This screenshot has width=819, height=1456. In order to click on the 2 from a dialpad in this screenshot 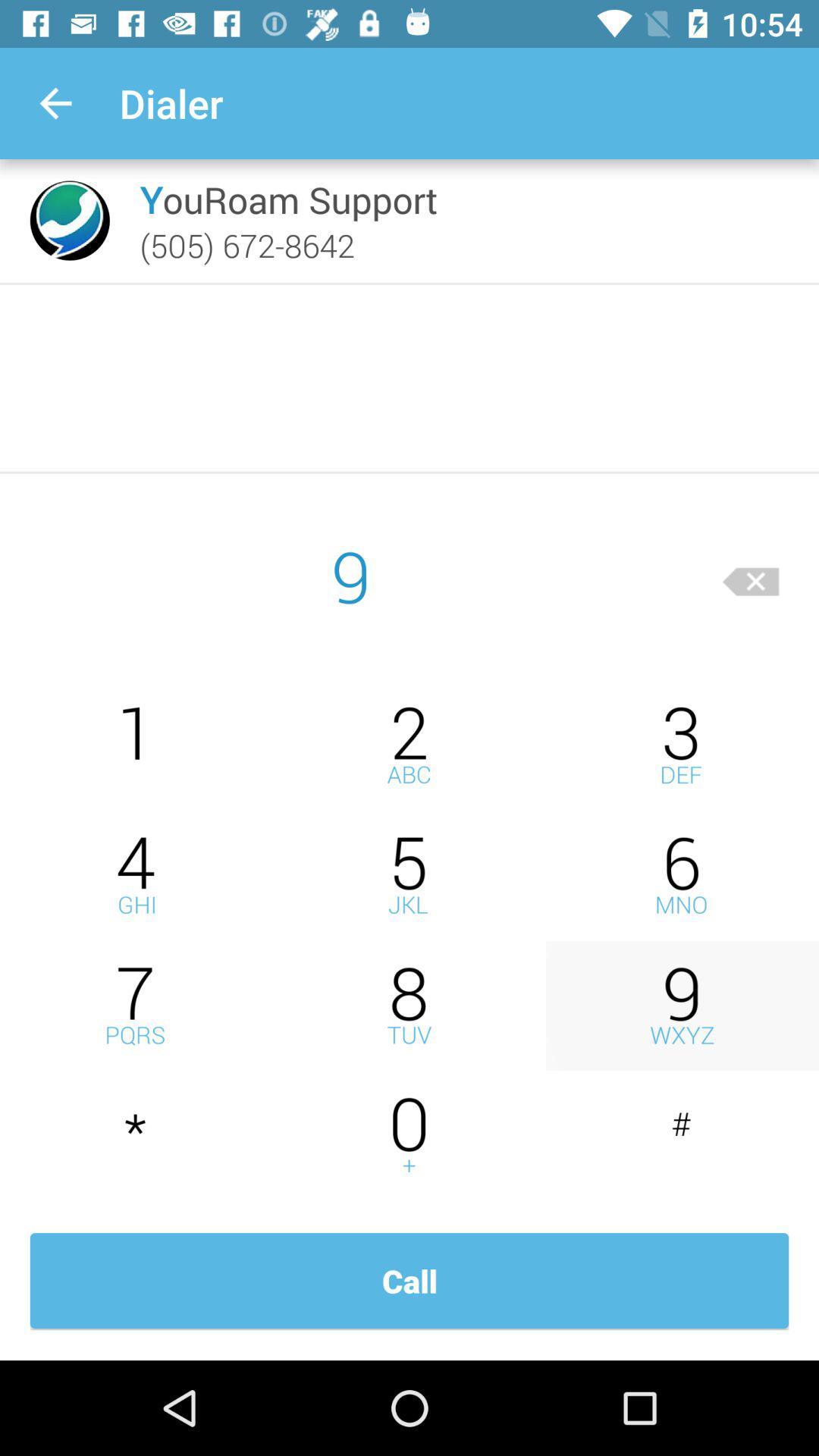, I will do `click(409, 745)`.